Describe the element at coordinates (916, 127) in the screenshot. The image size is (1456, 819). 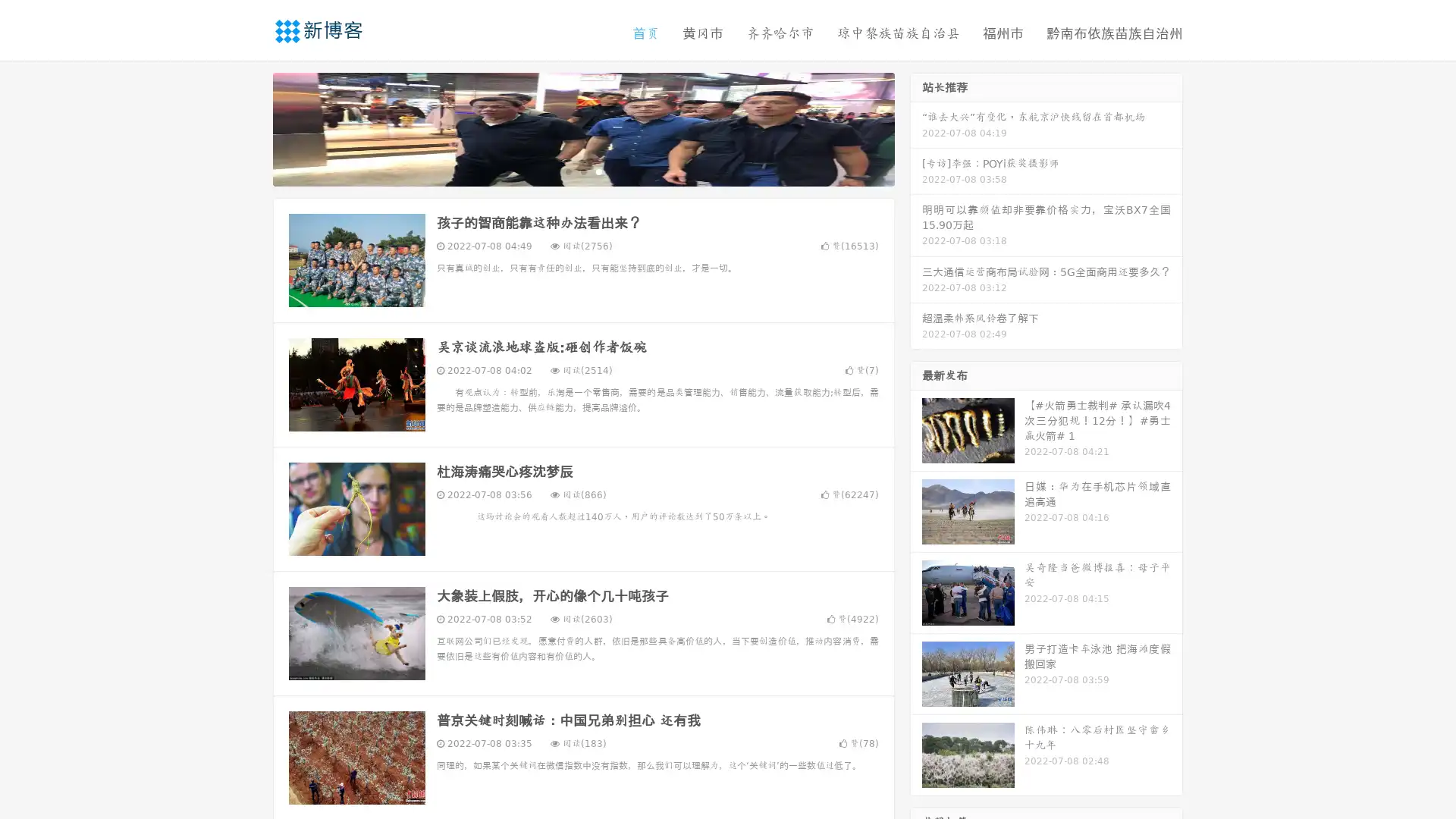
I see `Next slide` at that location.